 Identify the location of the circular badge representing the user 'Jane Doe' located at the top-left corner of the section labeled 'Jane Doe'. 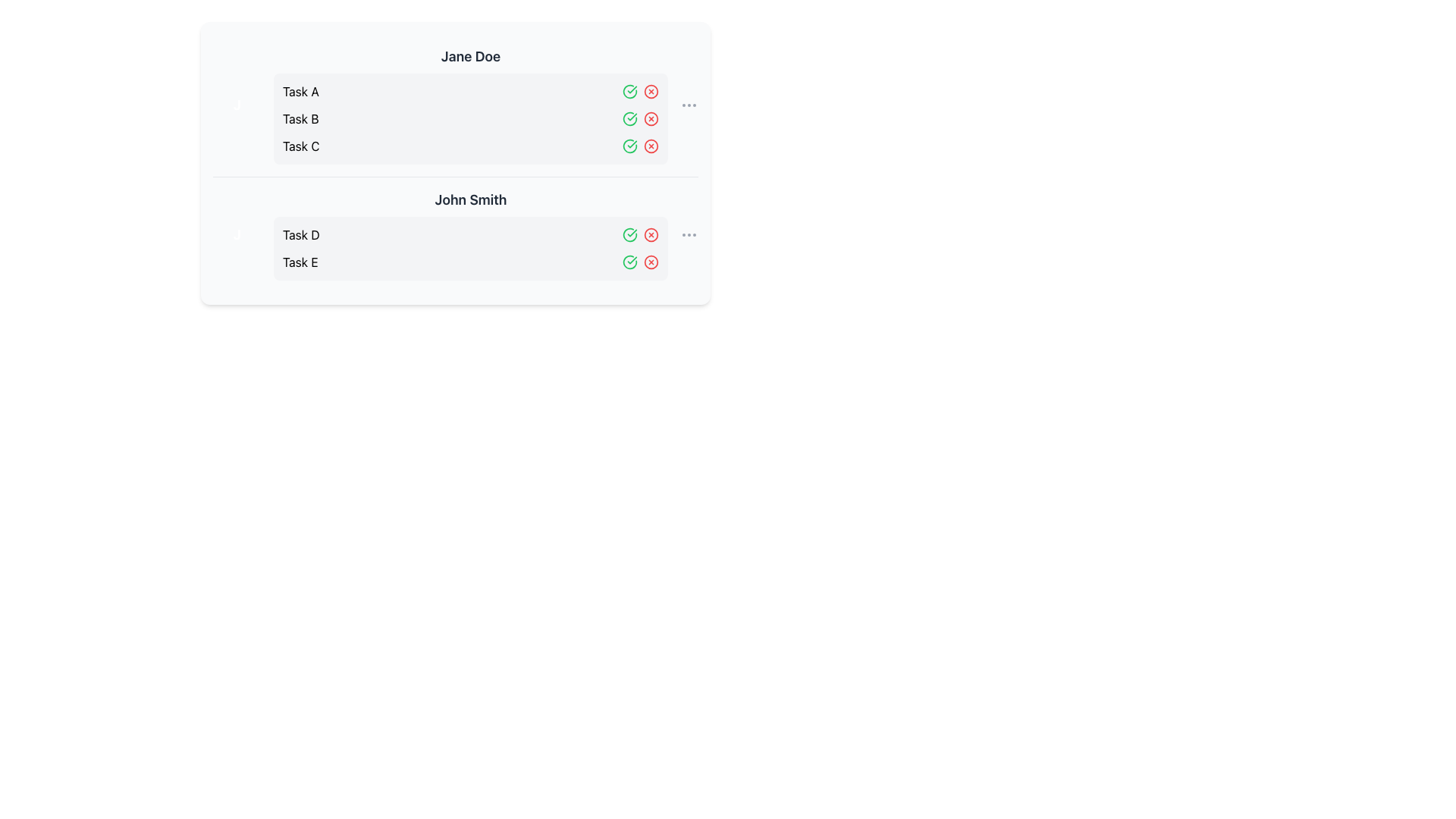
(236, 104).